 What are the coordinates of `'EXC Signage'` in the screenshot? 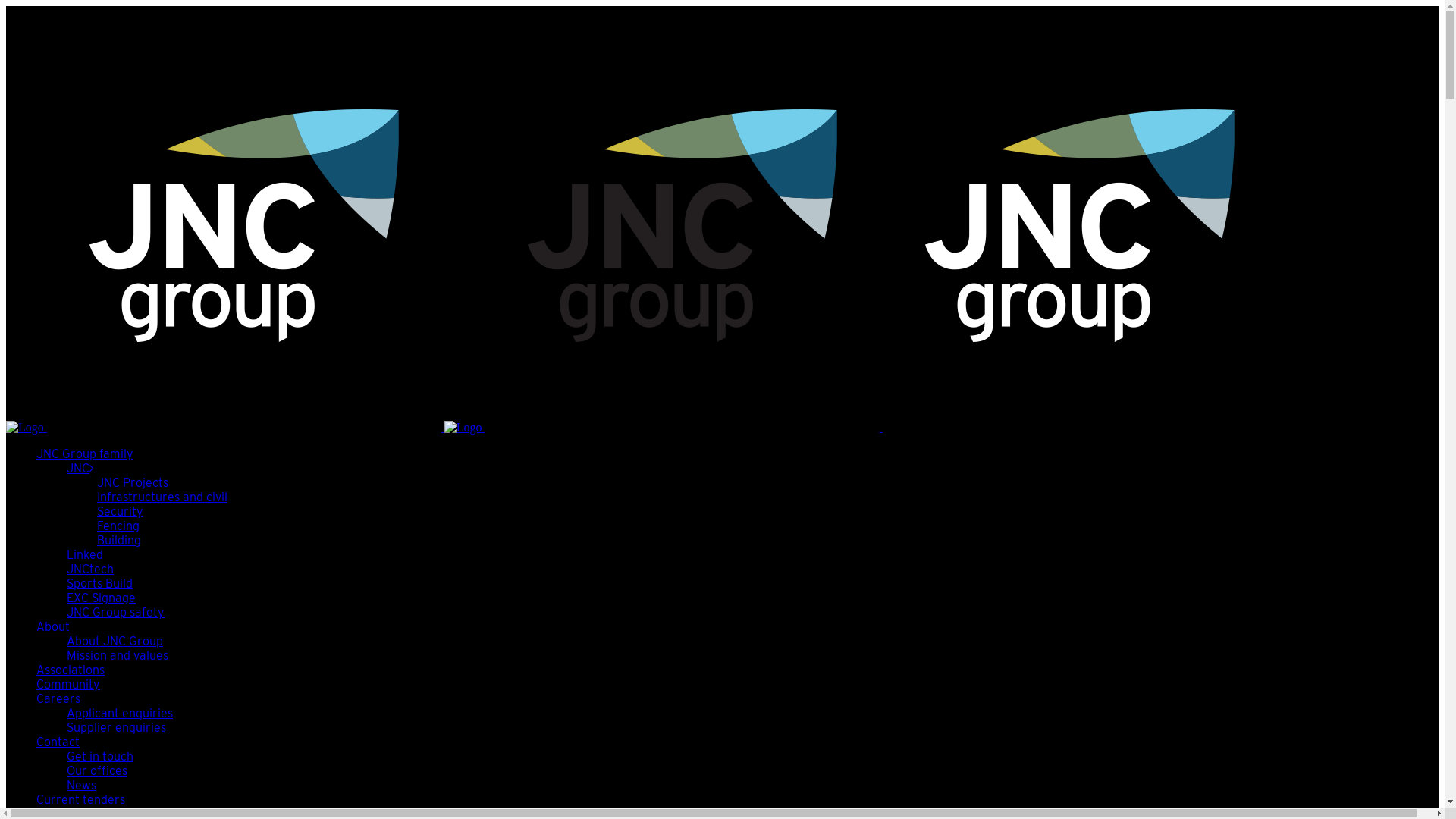 It's located at (100, 597).